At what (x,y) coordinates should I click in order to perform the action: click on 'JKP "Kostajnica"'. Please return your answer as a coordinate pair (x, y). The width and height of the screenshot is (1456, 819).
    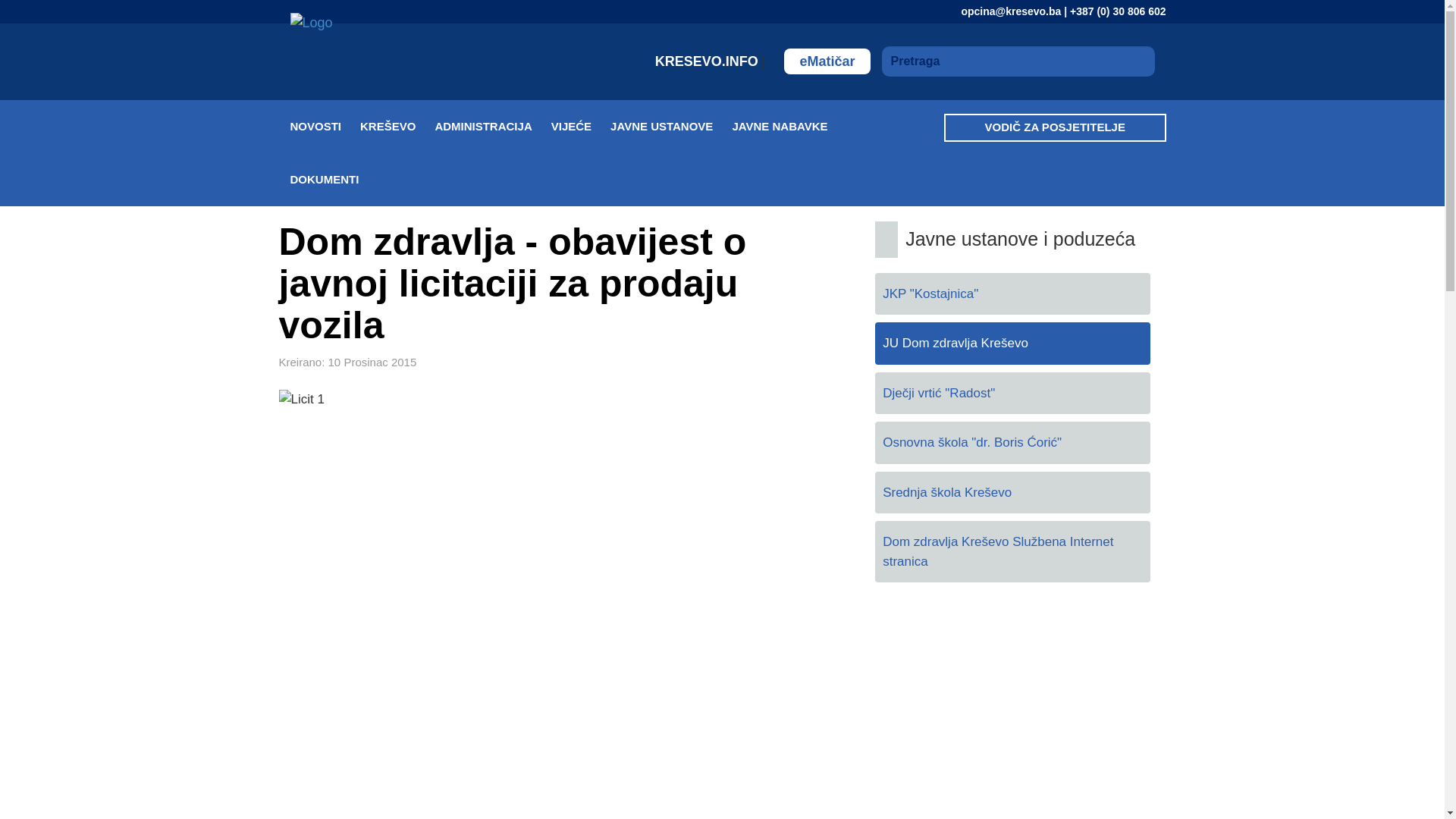
    Looking at the image, I should click on (1012, 294).